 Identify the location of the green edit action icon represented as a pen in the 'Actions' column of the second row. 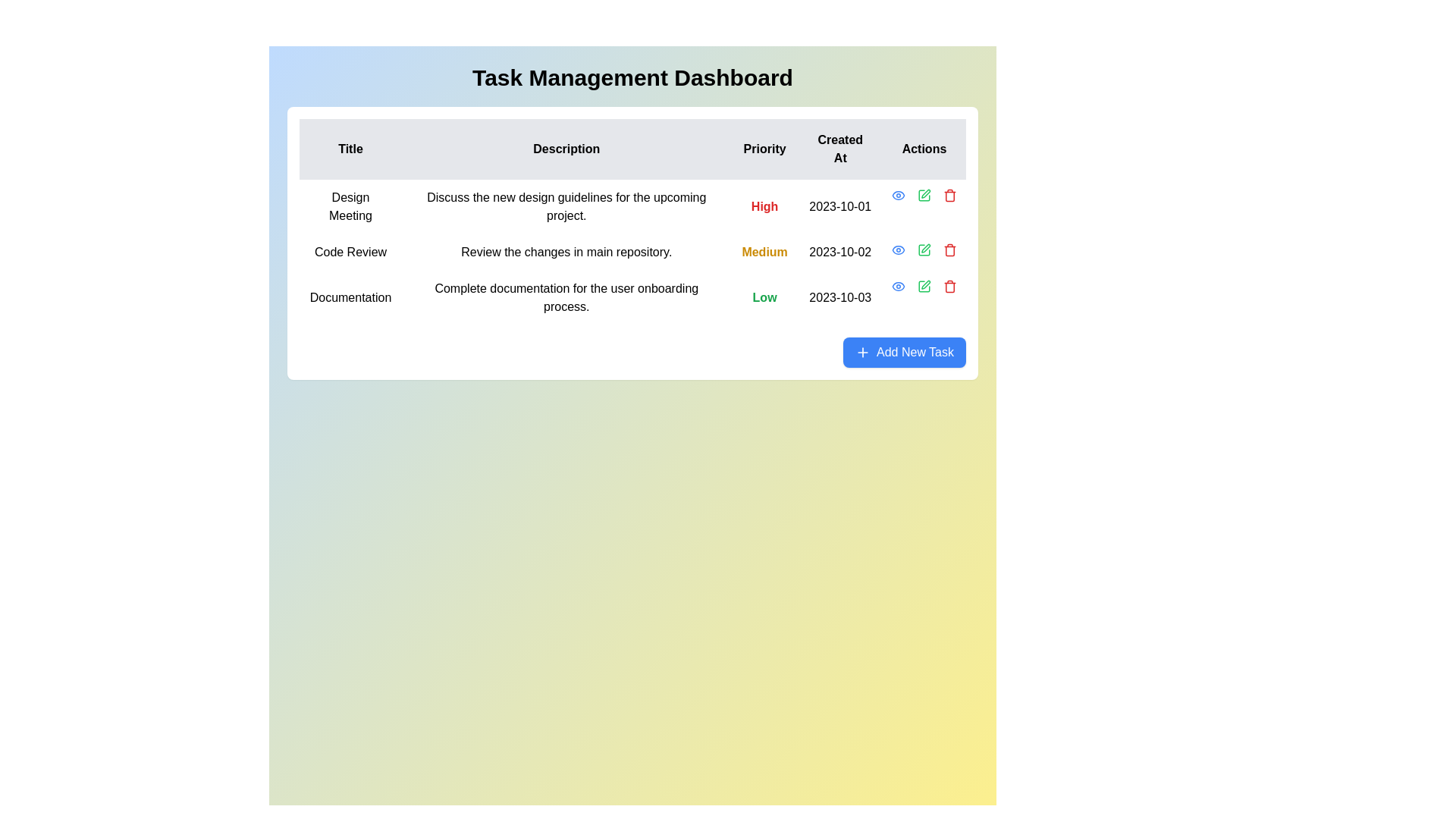
(924, 249).